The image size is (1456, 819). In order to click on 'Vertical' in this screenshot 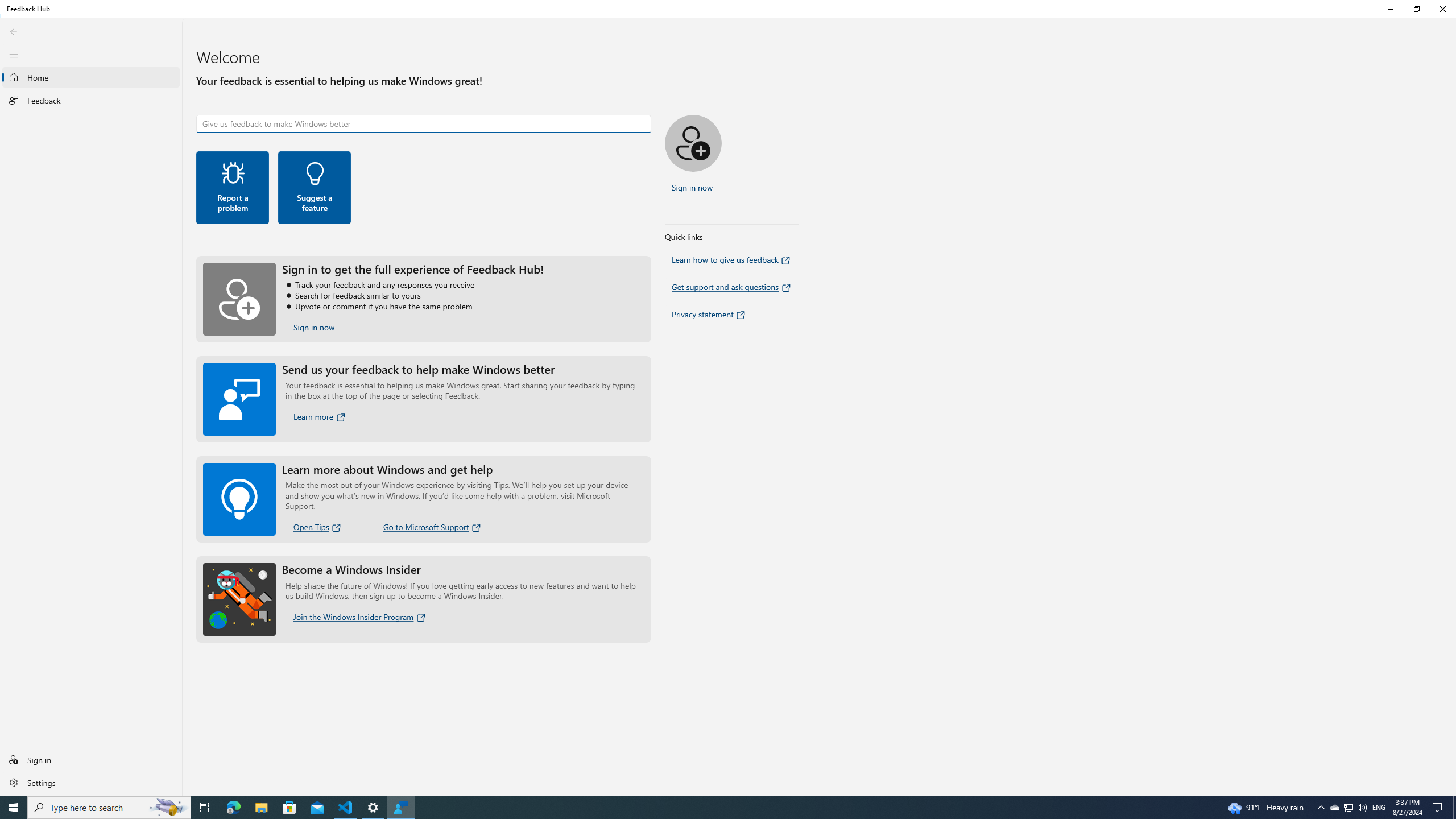, I will do `click(1451, 407)`.